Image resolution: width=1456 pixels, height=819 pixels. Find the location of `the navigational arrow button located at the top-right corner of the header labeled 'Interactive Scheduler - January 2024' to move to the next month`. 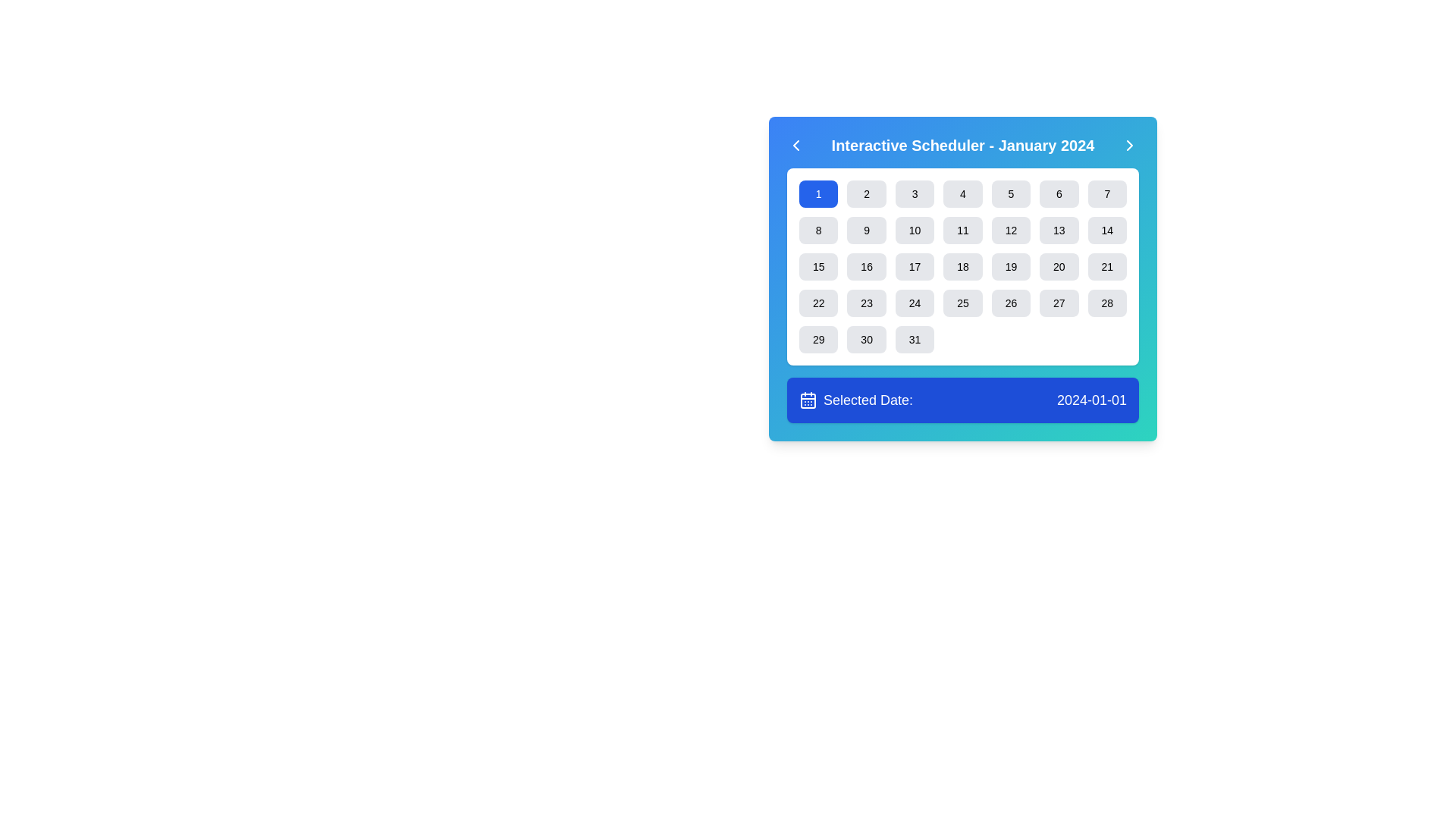

the navigational arrow button located at the top-right corner of the header labeled 'Interactive Scheduler - January 2024' to move to the next month is located at coordinates (1129, 146).